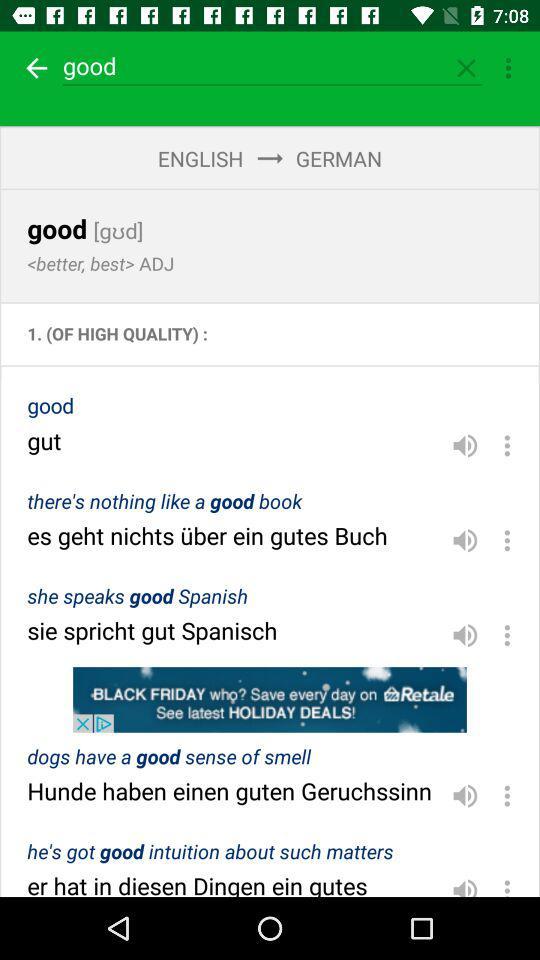 Image resolution: width=540 pixels, height=960 pixels. What do you see at coordinates (465, 796) in the screenshot?
I see `sound settings` at bounding box center [465, 796].